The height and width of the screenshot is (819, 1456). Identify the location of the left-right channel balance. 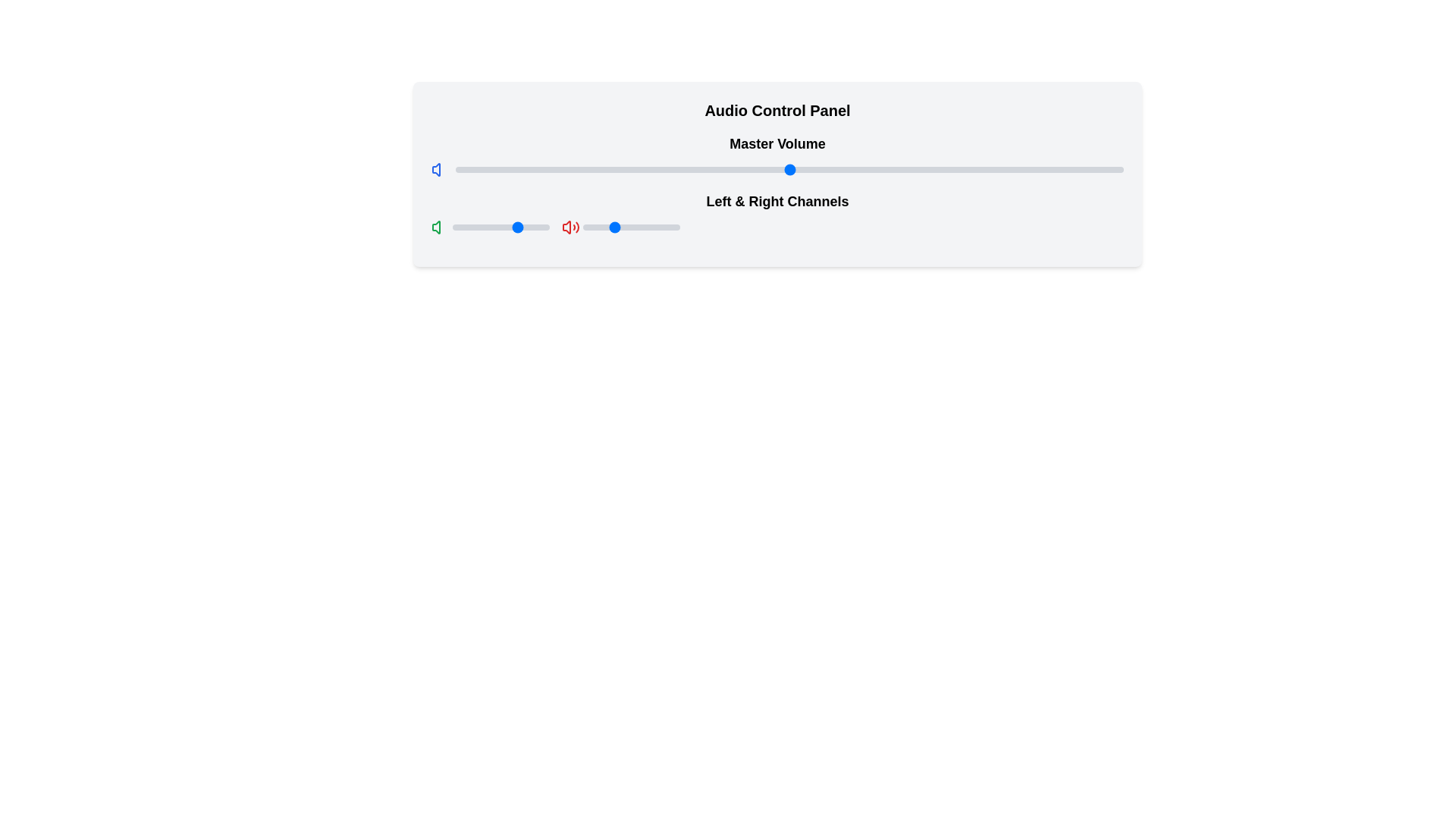
(471, 227).